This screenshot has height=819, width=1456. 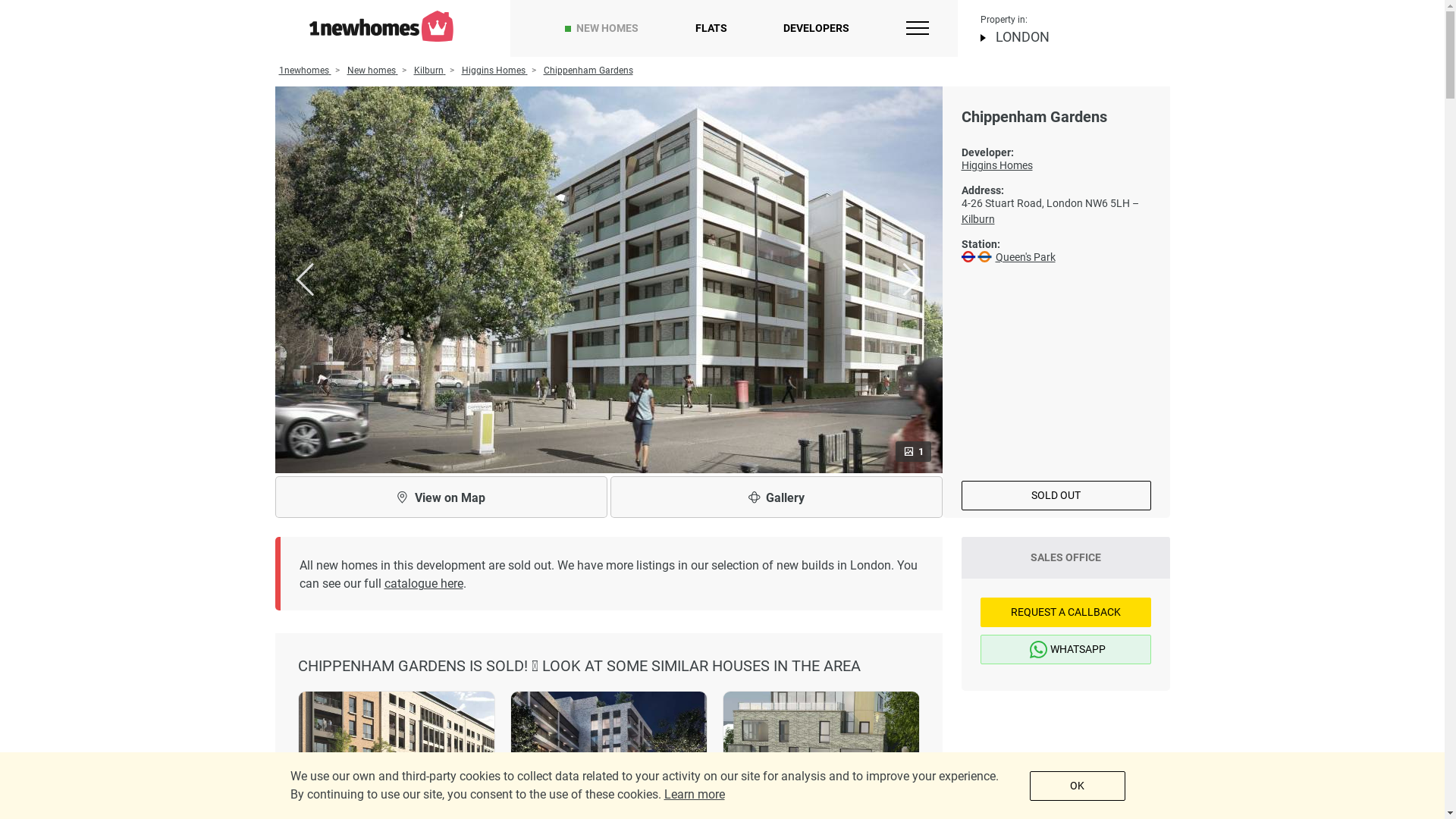 I want to click on 'Queen's Park', so click(x=1025, y=256).